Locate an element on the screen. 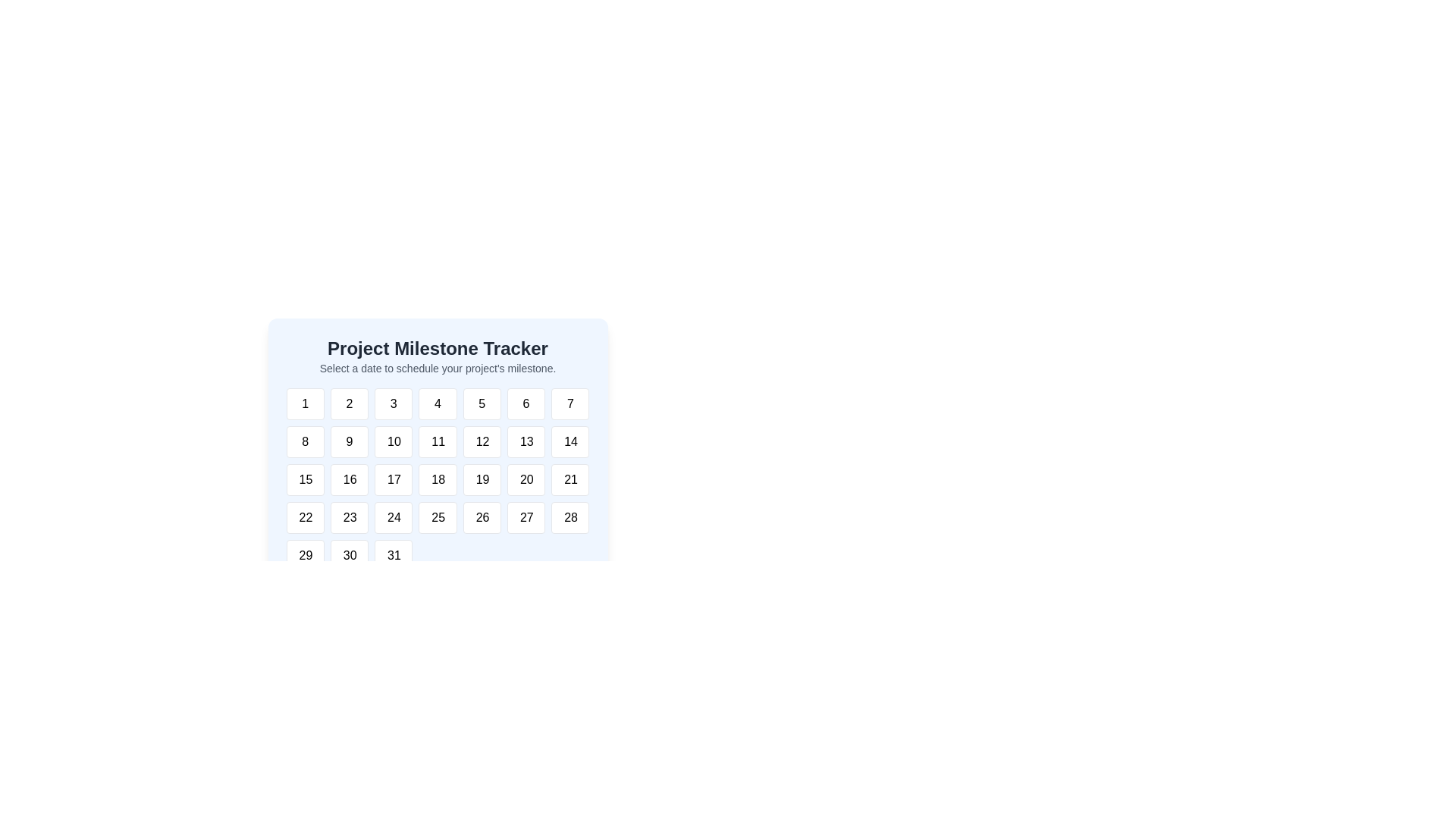 The image size is (1456, 819). the date selection button '31' located at the bottom-right corner of the calendar grid to change its styling is located at coordinates (394, 555).